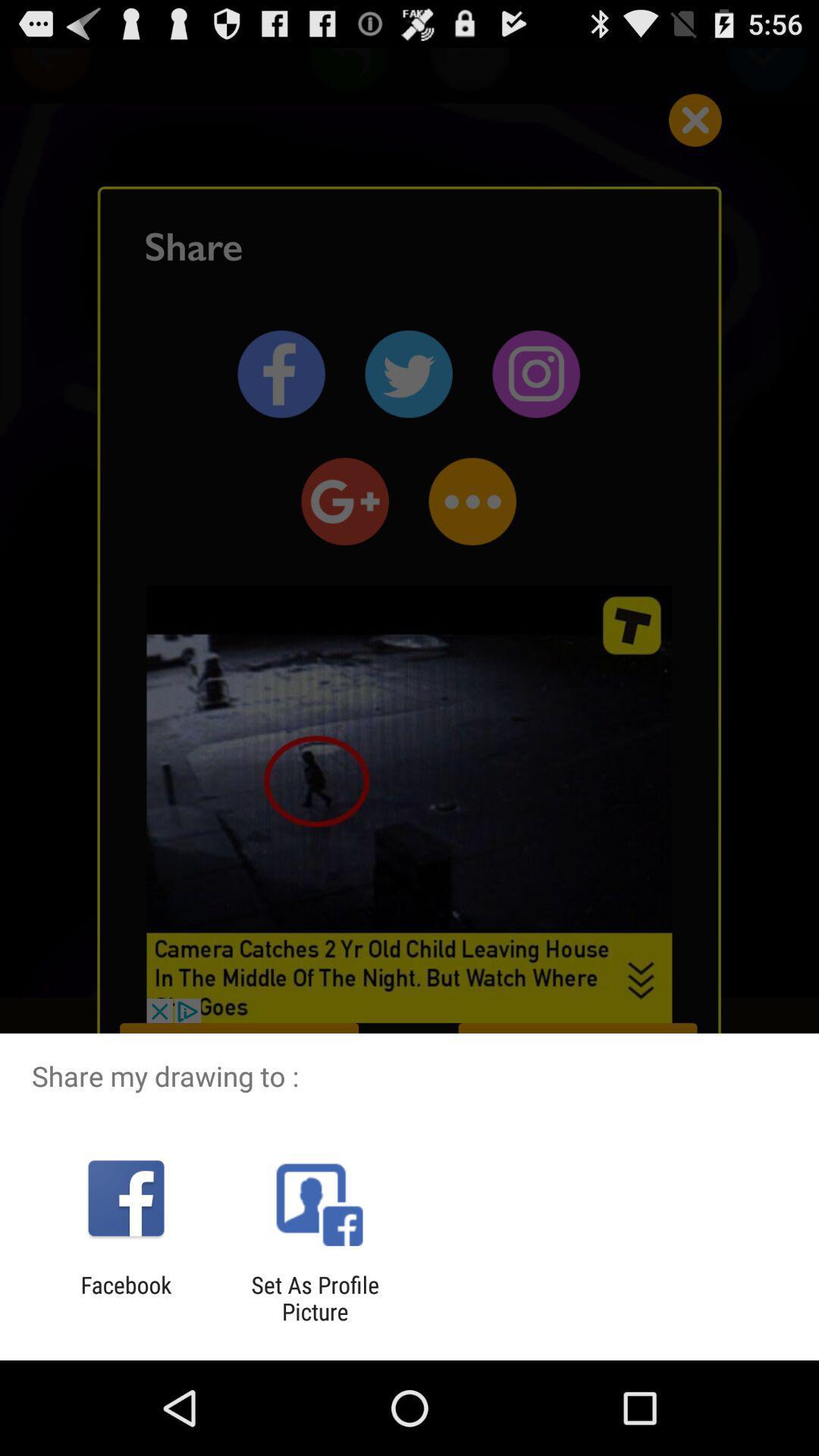  I want to click on facebook app, so click(125, 1298).